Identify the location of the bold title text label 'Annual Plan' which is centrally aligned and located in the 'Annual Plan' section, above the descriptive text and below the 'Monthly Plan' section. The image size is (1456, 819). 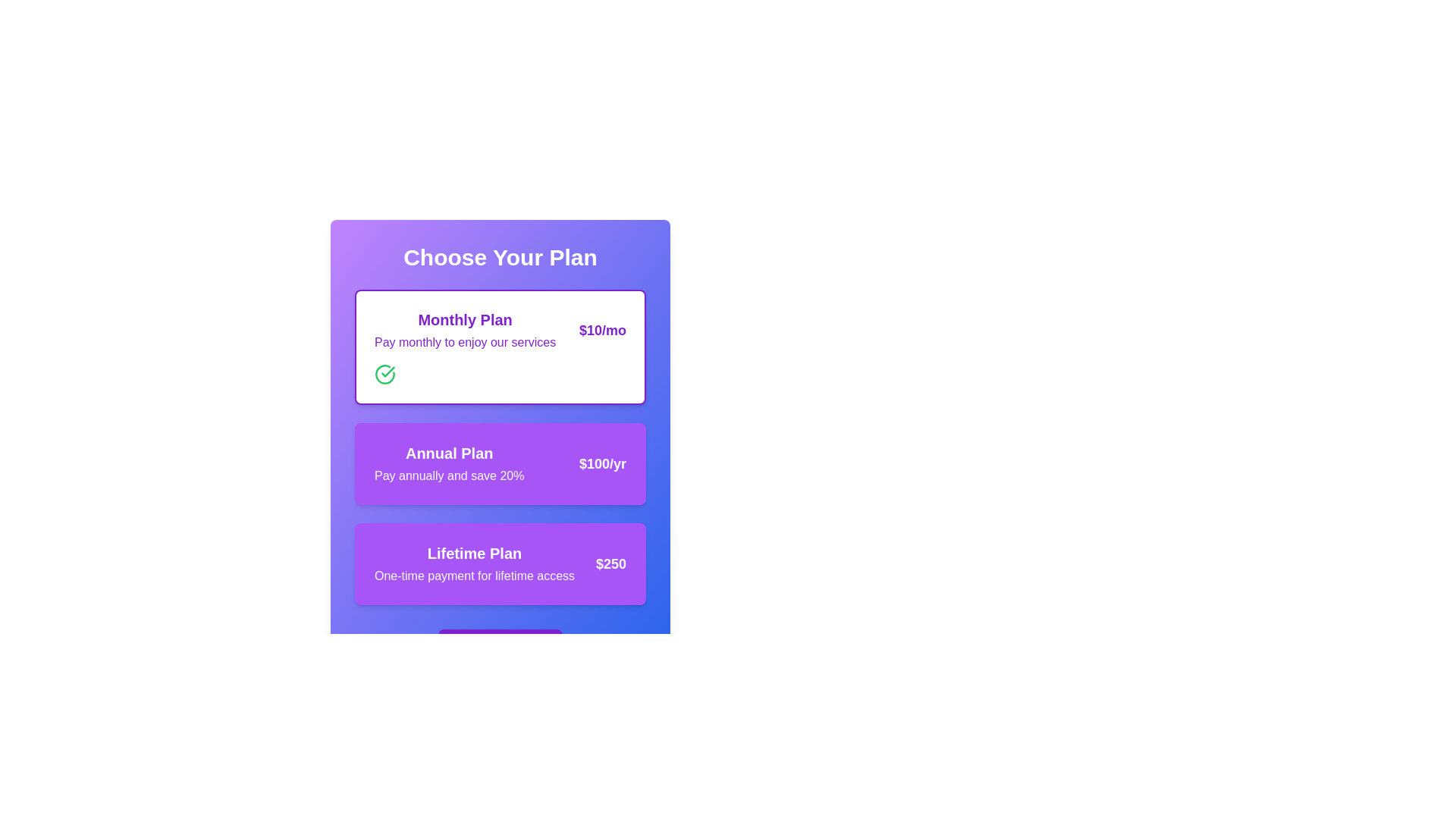
(448, 452).